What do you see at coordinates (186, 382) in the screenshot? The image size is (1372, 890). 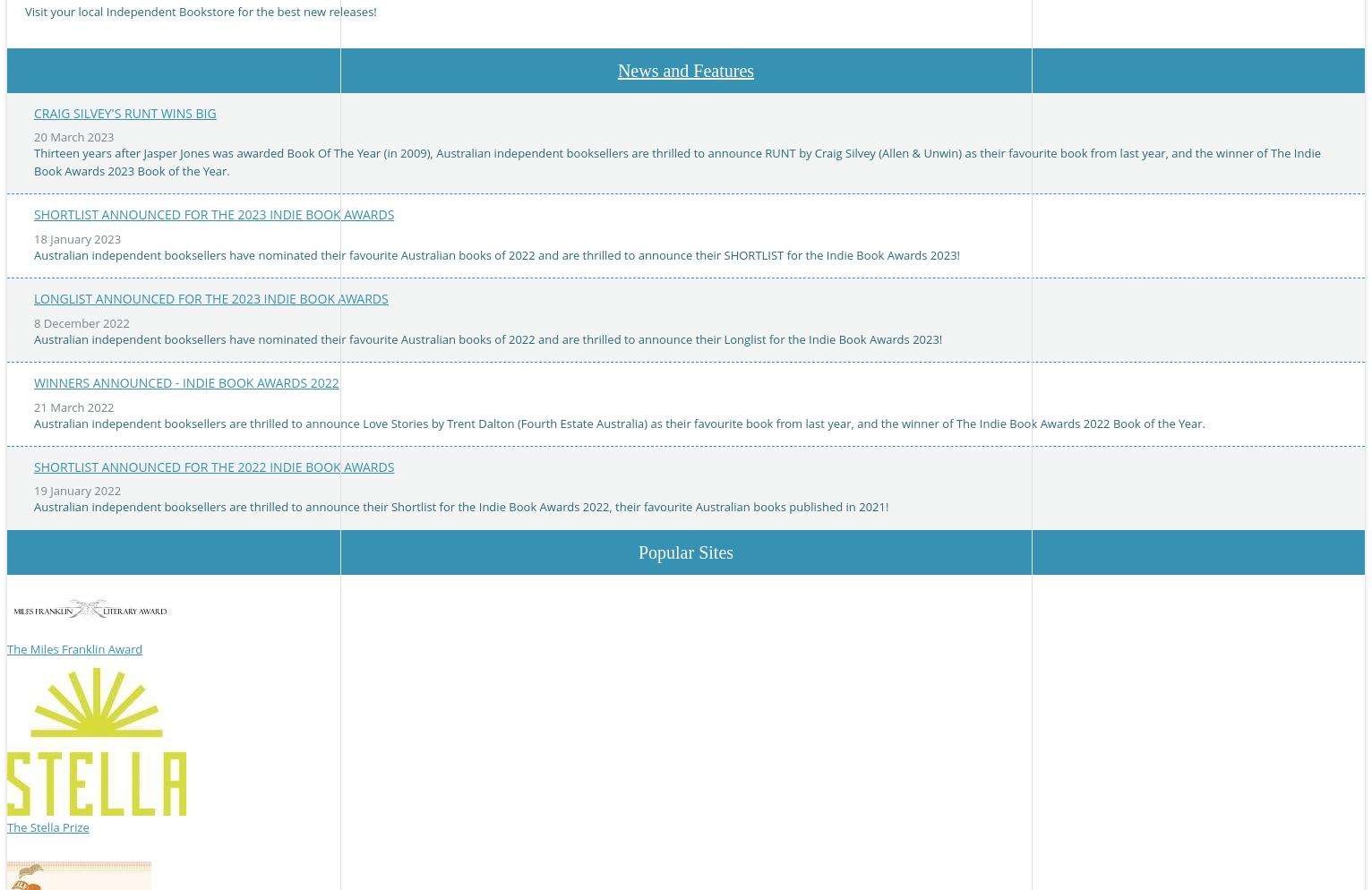 I see `'Winners Announced - Indie Book Awards 2022'` at bounding box center [186, 382].